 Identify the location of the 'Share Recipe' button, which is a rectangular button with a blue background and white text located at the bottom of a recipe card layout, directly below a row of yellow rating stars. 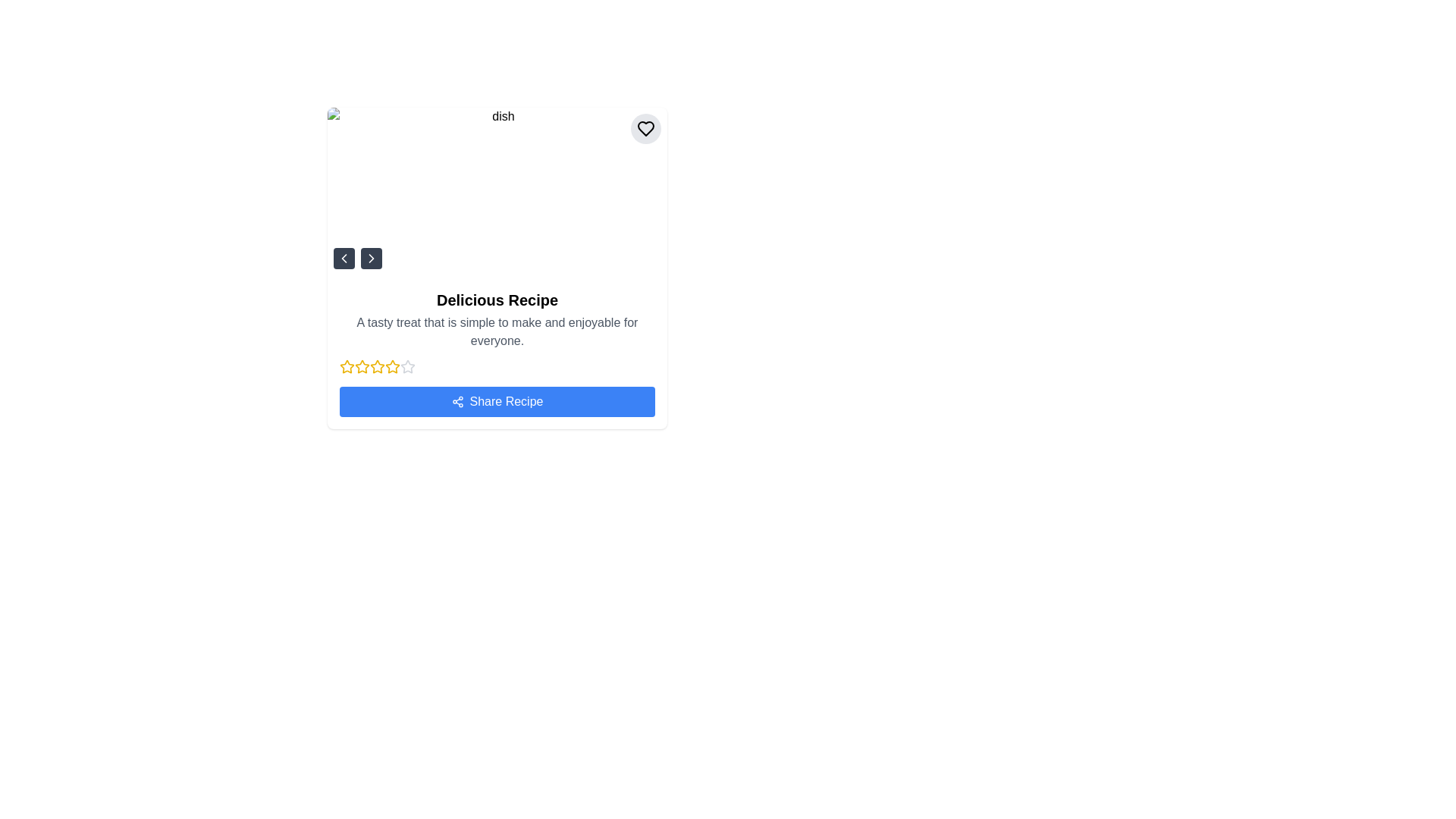
(497, 400).